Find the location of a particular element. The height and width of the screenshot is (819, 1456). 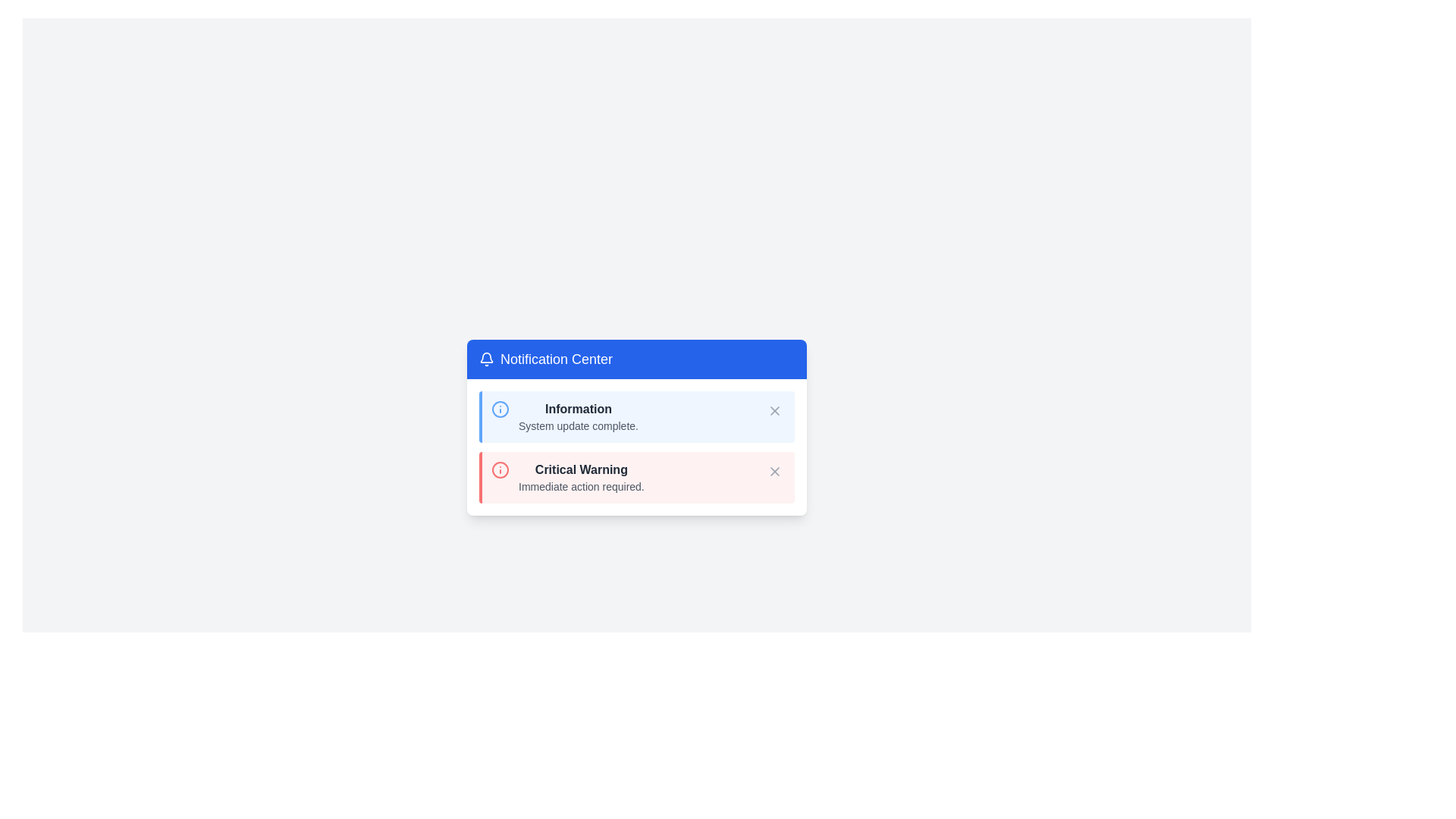

the SVG circle that represents the information category of a notification entry, located at the center of the blue circular information icon in the left area of the top notification entry inside the notification center is located at coordinates (500, 409).